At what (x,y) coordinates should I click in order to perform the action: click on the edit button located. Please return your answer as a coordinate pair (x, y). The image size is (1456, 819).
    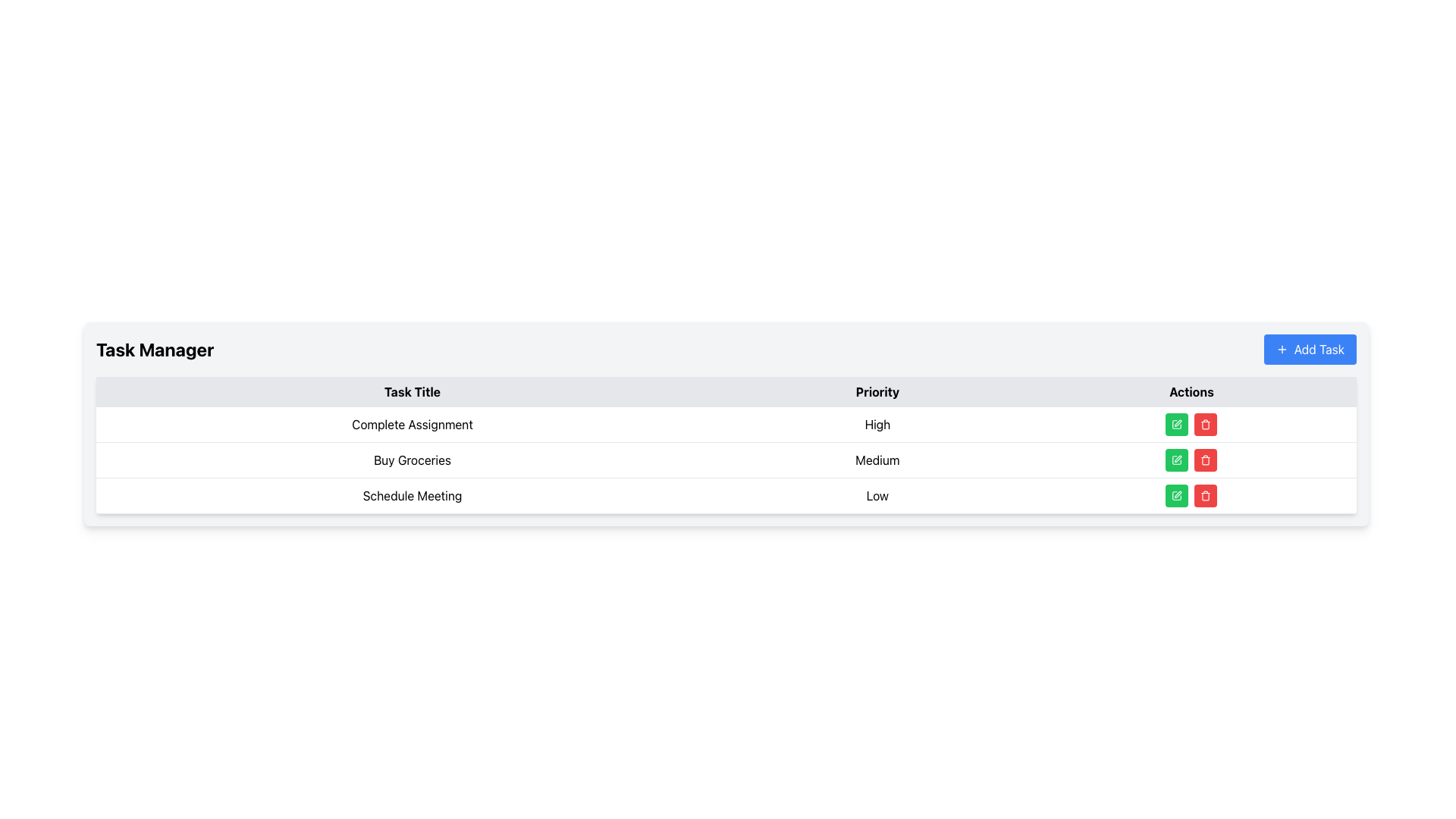
    Looking at the image, I should click on (1176, 459).